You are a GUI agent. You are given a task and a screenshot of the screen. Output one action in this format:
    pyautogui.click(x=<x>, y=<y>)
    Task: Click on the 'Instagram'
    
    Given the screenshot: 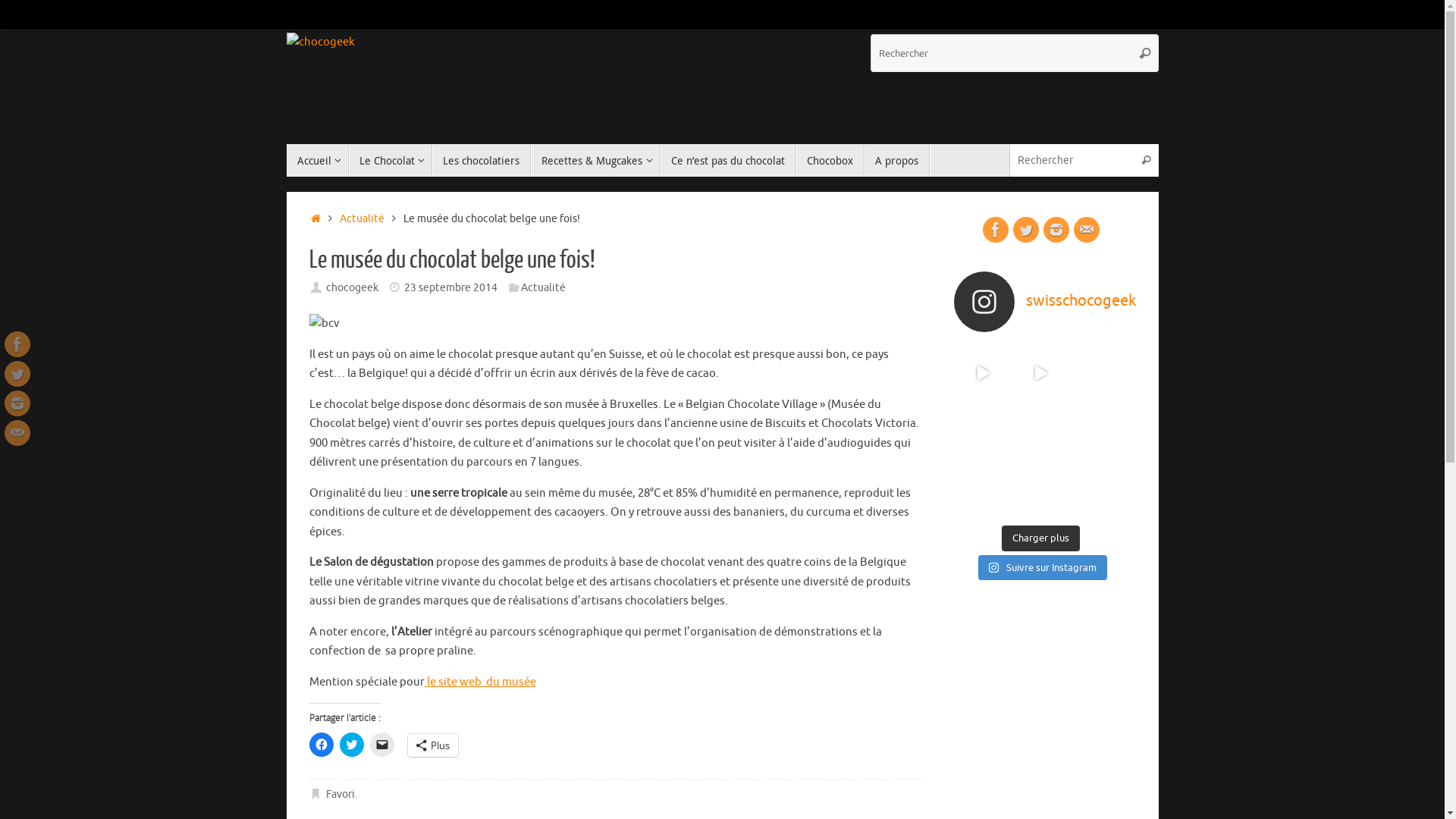 What is the action you would take?
    pyautogui.click(x=1055, y=230)
    